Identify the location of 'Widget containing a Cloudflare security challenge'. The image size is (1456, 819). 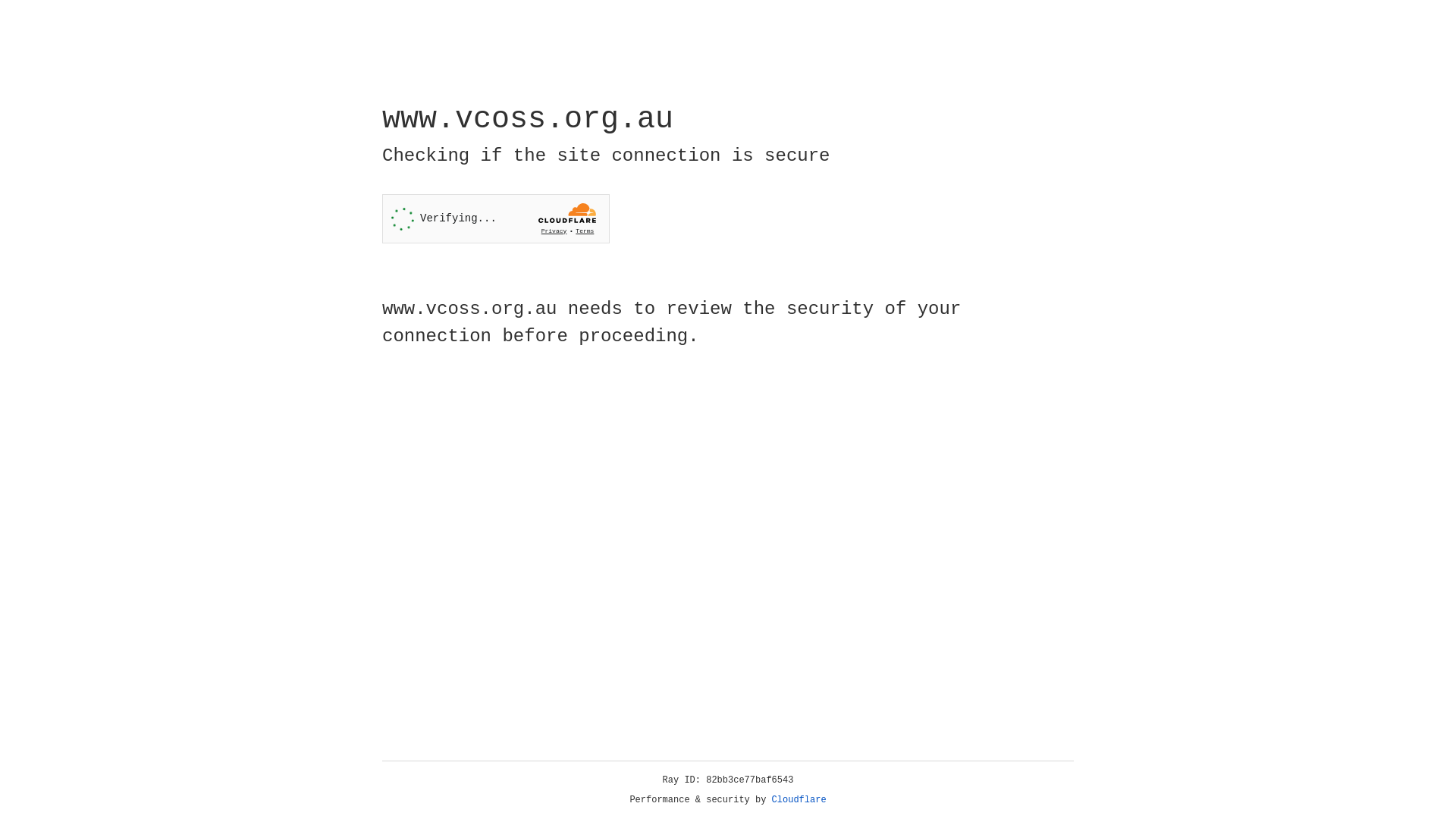
(495, 218).